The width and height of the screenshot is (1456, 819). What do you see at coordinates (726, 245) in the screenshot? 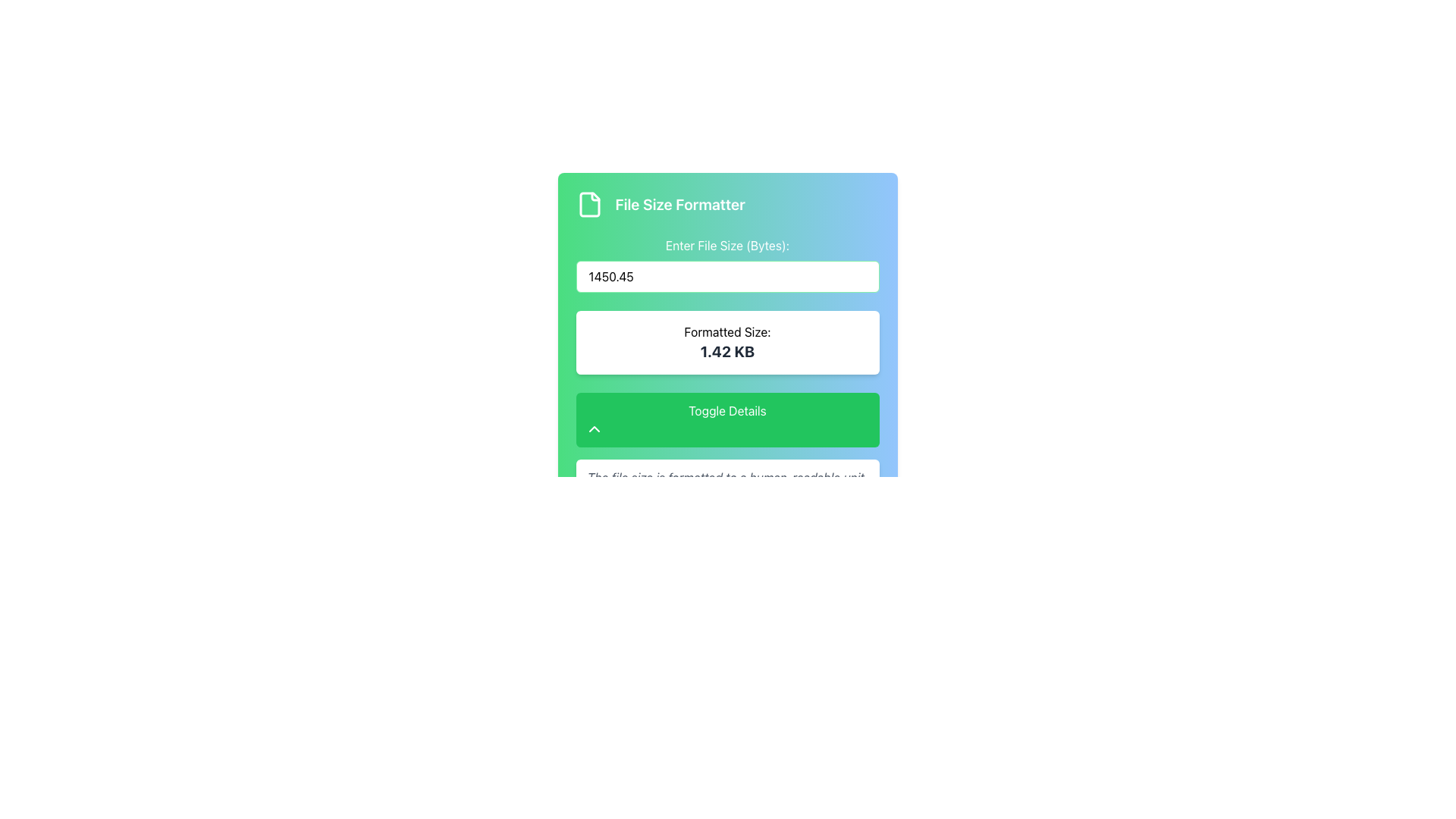
I see `the Text Label that informs the user about the file size input field, located below the title 'File Size Formatter'` at bounding box center [726, 245].